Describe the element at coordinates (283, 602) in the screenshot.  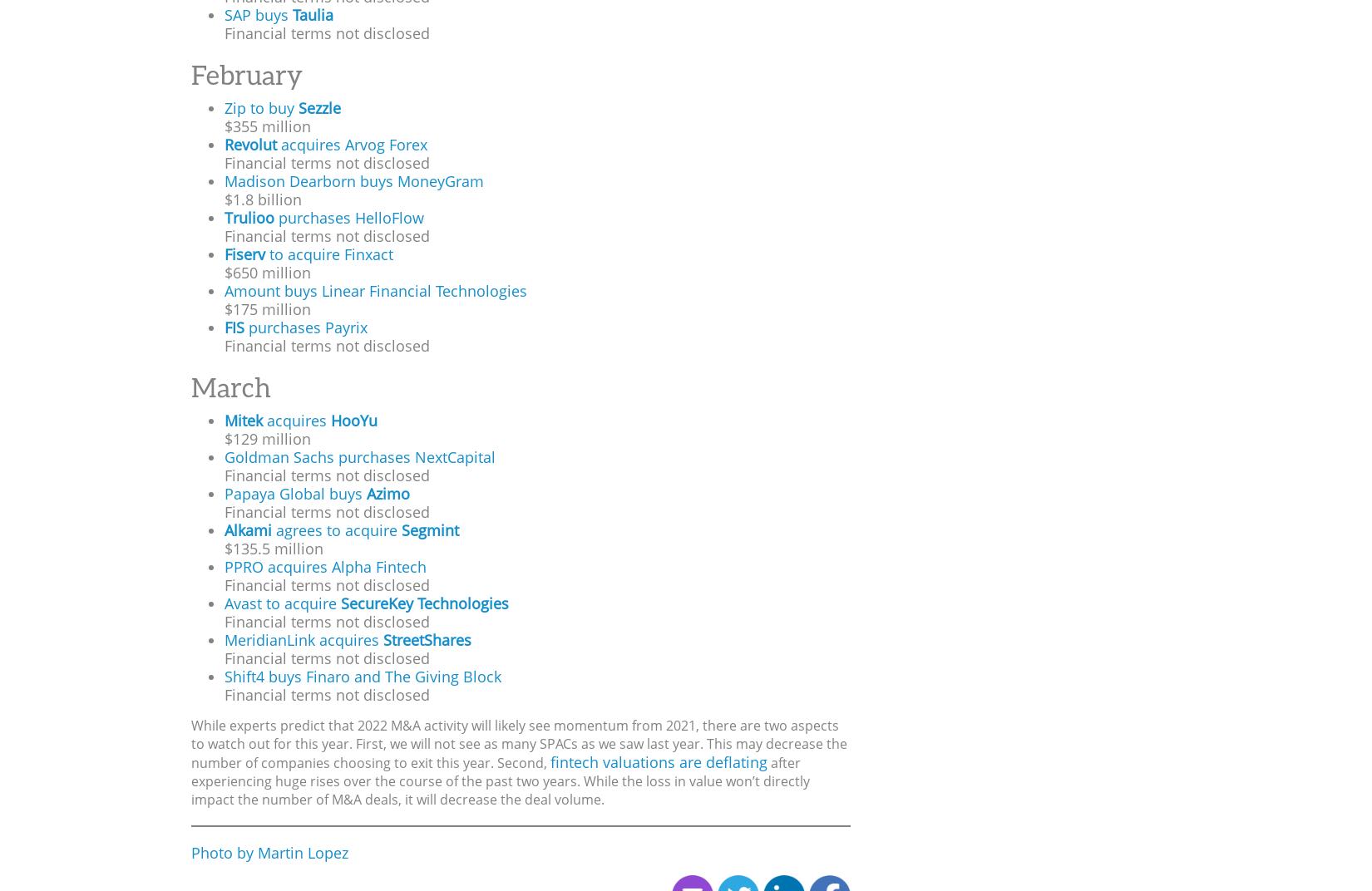
I see `'Avast to acquire'` at that location.